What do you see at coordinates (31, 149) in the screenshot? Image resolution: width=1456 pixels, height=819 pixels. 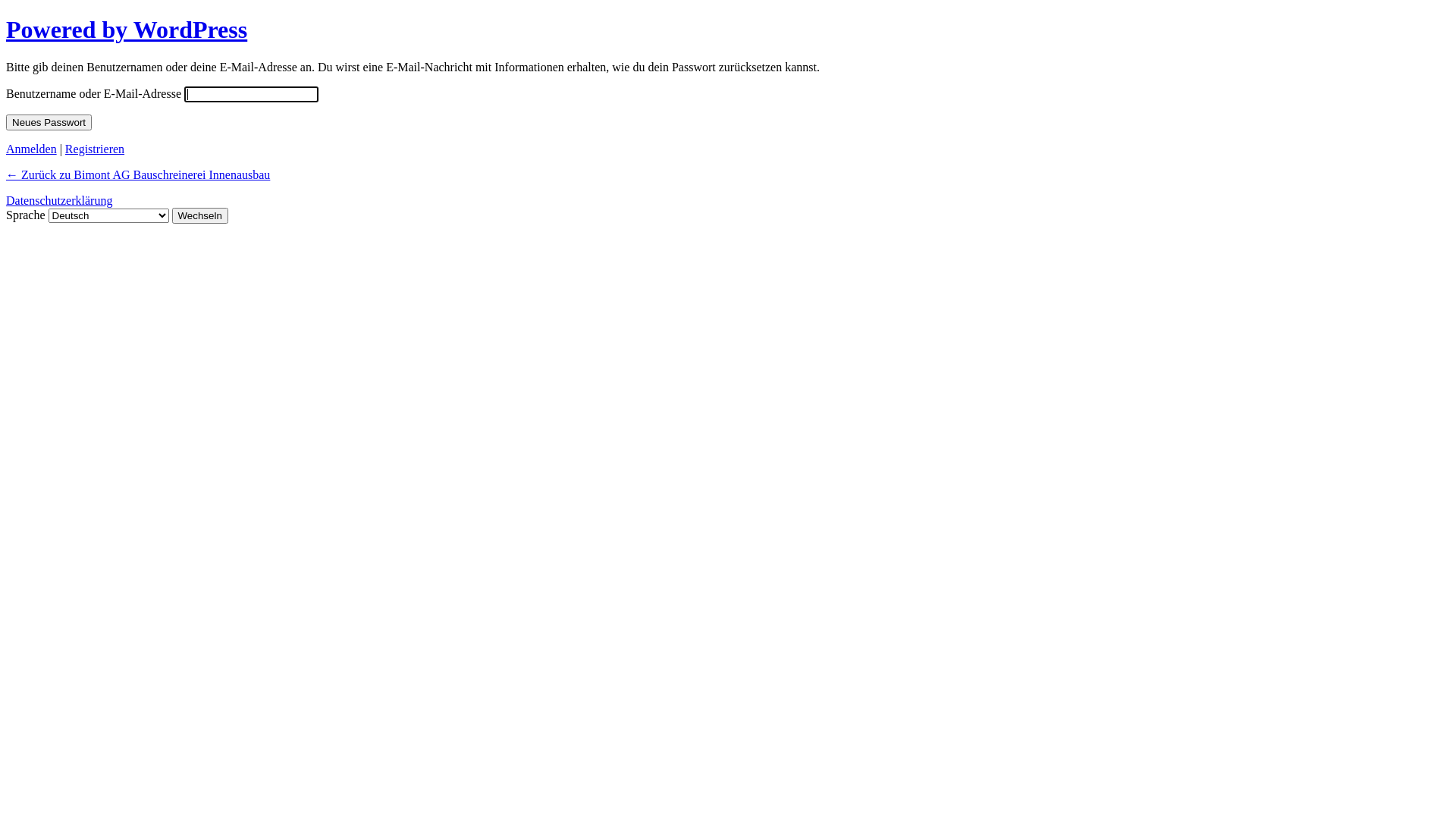 I see `'Anmelden'` at bounding box center [31, 149].